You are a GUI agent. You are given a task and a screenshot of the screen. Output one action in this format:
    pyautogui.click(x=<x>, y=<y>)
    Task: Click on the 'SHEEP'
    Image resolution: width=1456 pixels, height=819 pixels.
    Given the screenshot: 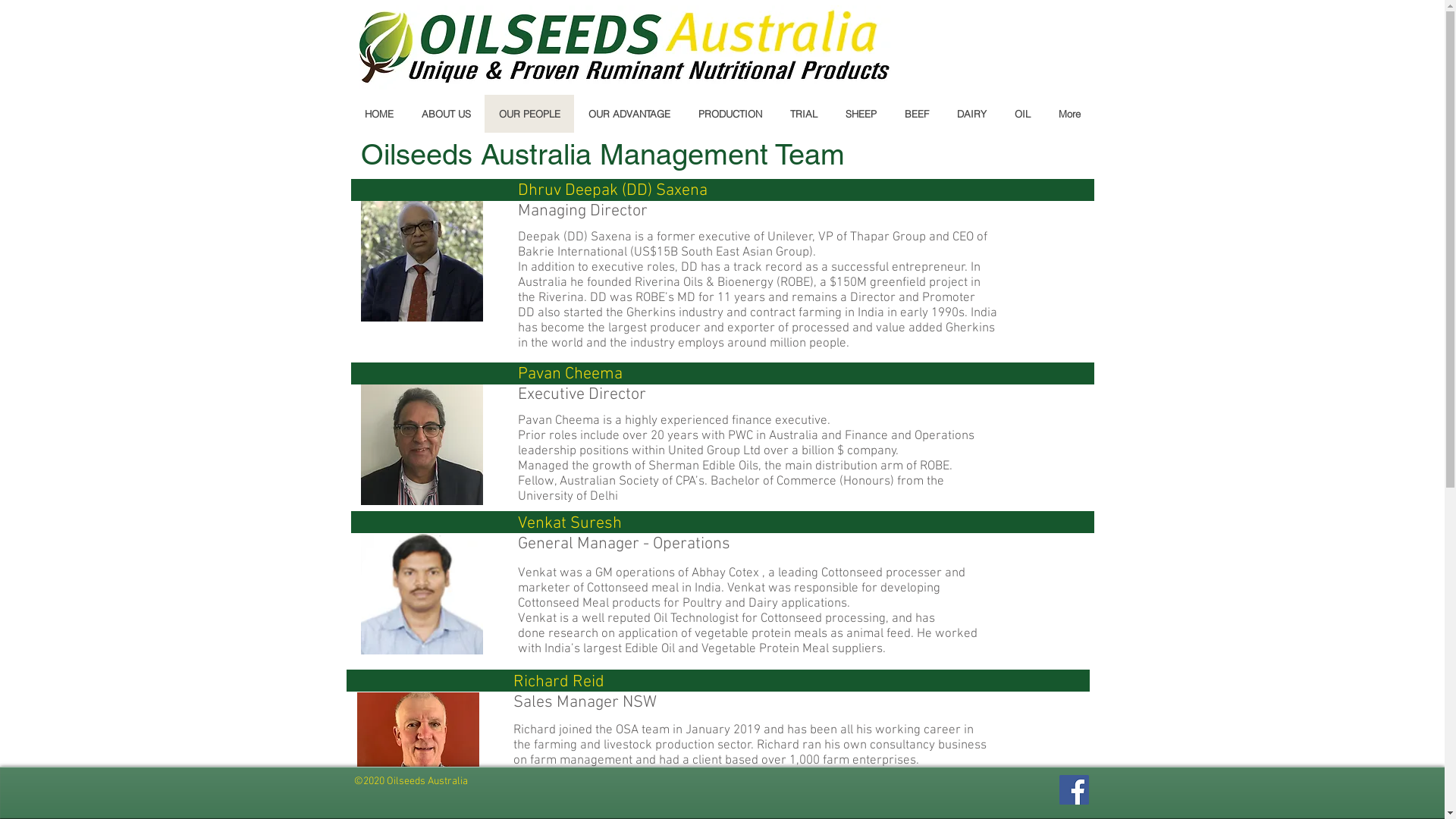 What is the action you would take?
    pyautogui.click(x=830, y=113)
    